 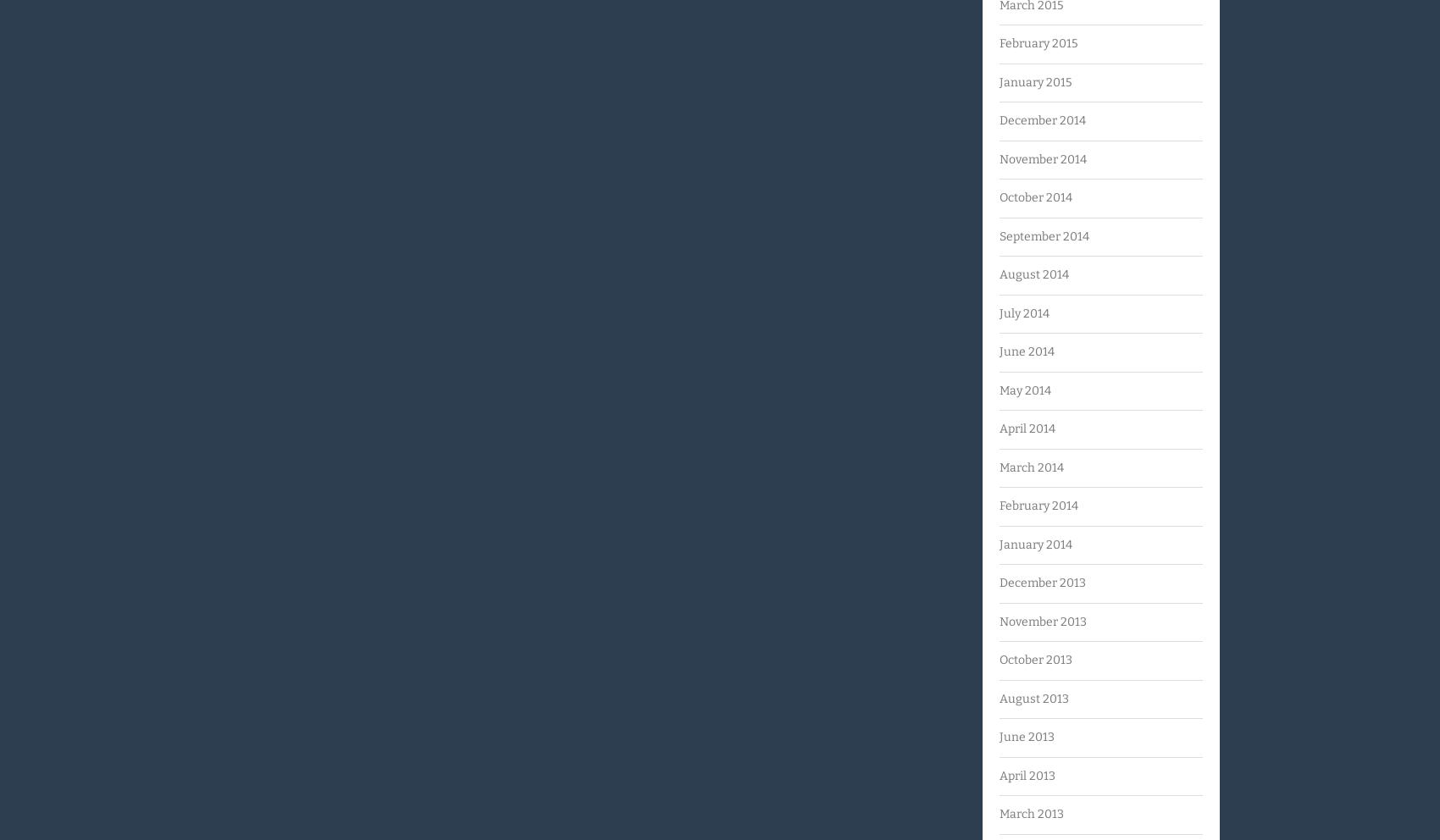 I want to click on 'January 2015', so click(x=1034, y=80).